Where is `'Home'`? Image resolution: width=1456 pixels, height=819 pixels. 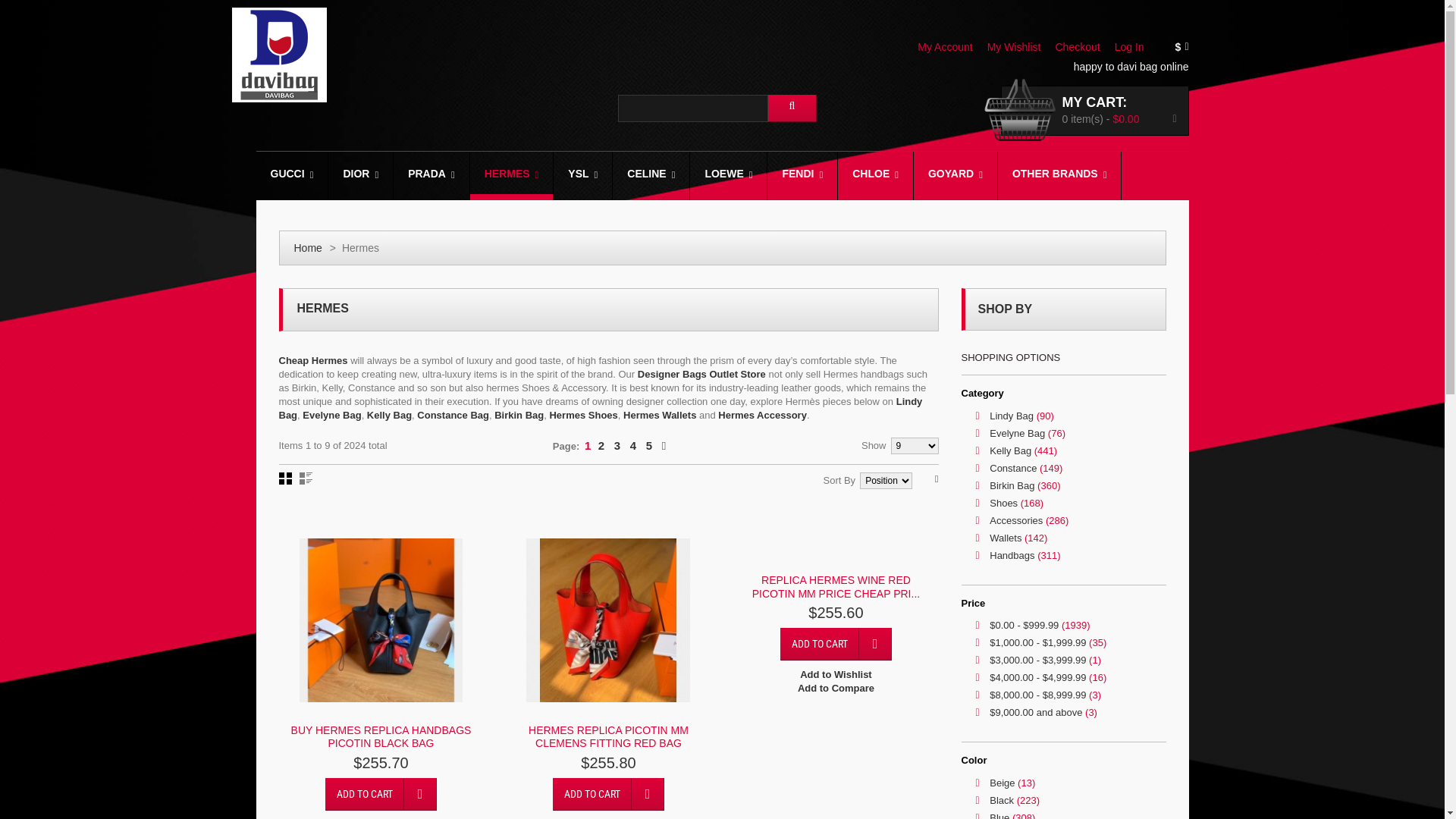 'Home' is located at coordinates (307, 247).